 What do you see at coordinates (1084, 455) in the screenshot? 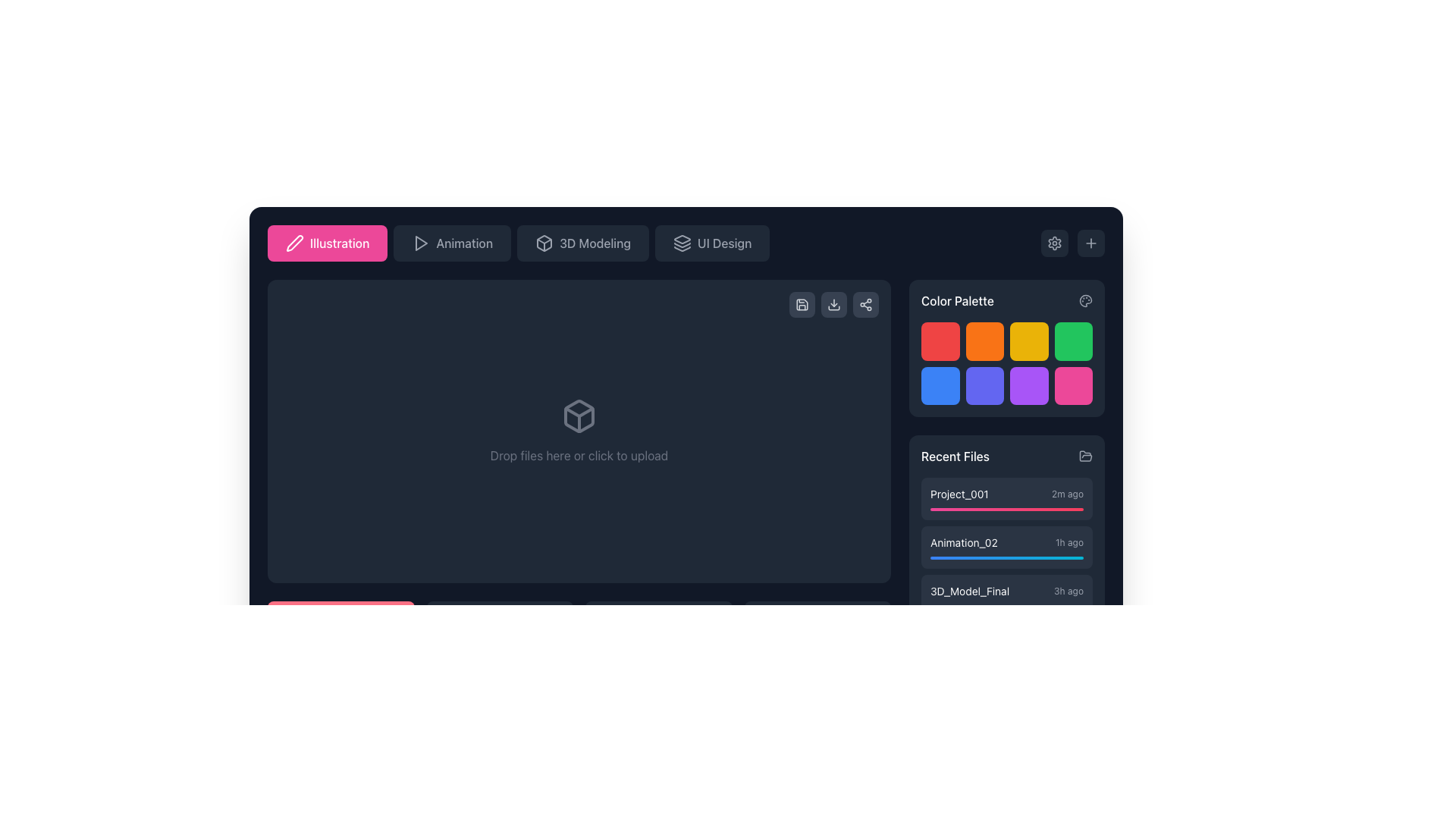
I see `the open folder icon located in the top-right section of the interface, which is styled gray and transitions to white when hovered over` at bounding box center [1084, 455].